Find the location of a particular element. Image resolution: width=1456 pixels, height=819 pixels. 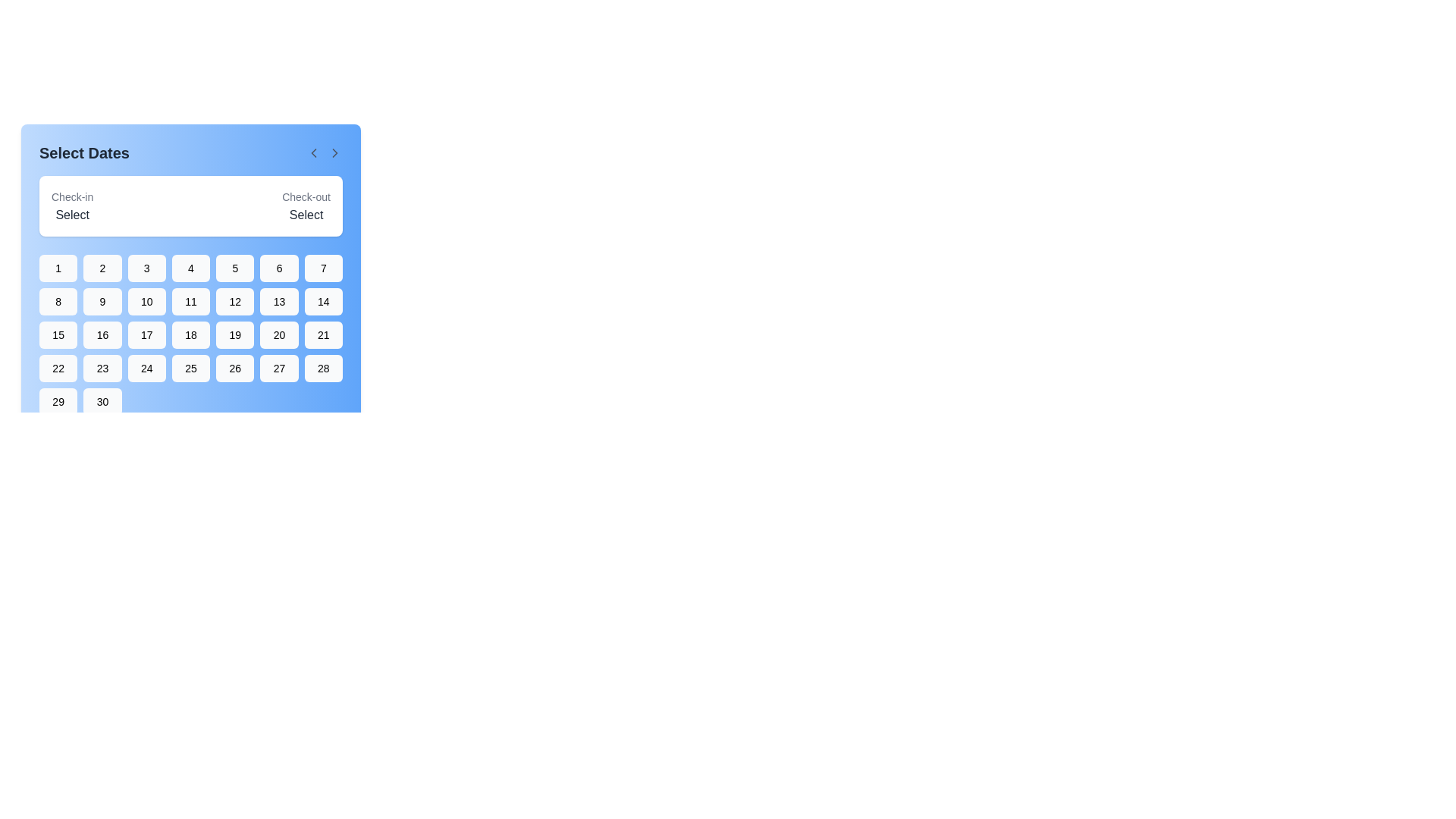

the button corresponding to the number 16 in the calendar interface is located at coordinates (102, 334).